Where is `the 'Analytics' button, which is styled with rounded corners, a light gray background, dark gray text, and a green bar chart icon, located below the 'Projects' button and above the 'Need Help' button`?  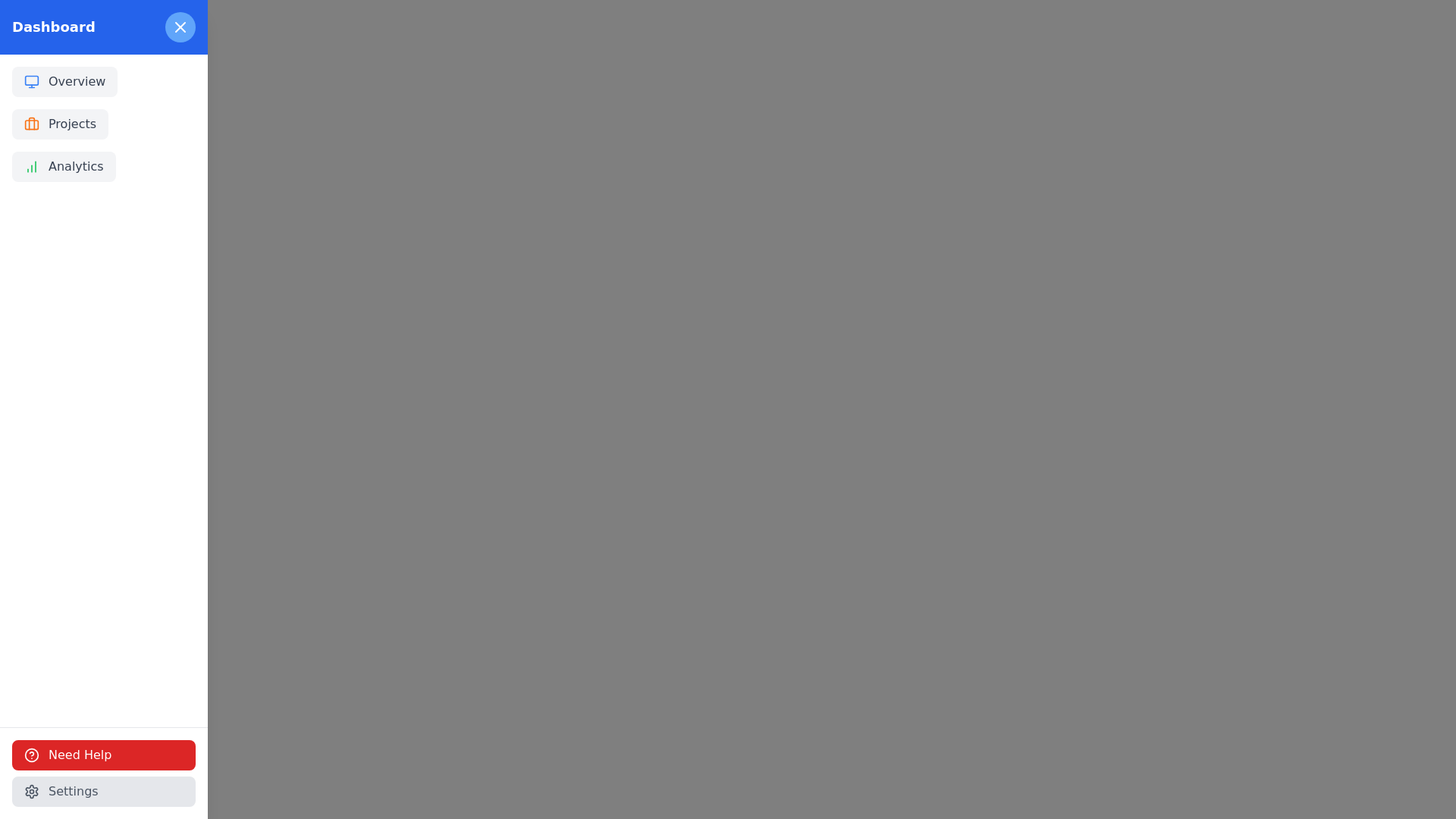 the 'Analytics' button, which is styled with rounded corners, a light gray background, dark gray text, and a green bar chart icon, located below the 'Projects' button and above the 'Need Help' button is located at coordinates (63, 166).